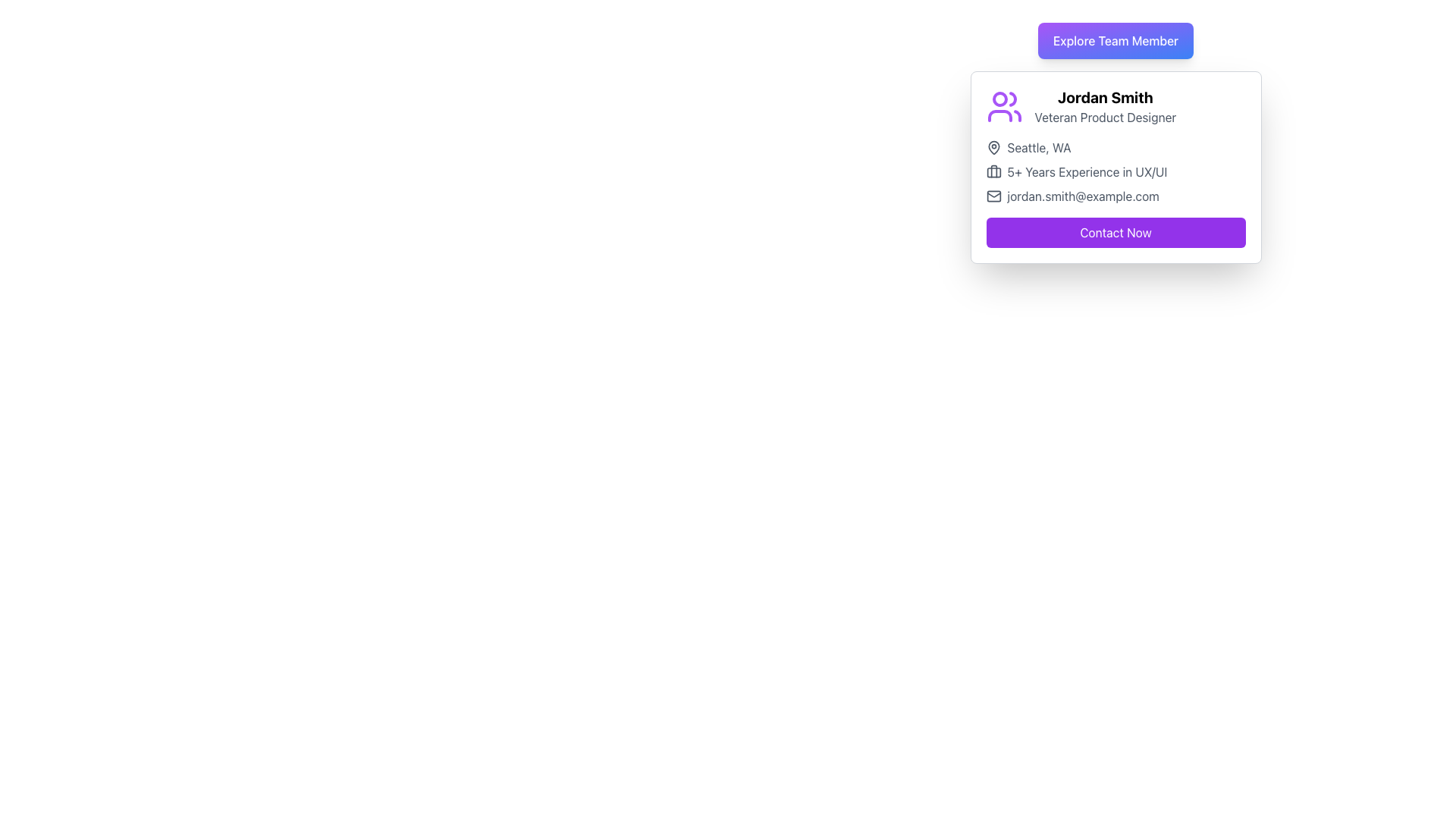 The height and width of the screenshot is (819, 1456). Describe the element at coordinates (1116, 148) in the screenshot. I see `the first entry in the vertical list that displays the location information 'Seattle, WA' with an accompanying pin icon` at that location.